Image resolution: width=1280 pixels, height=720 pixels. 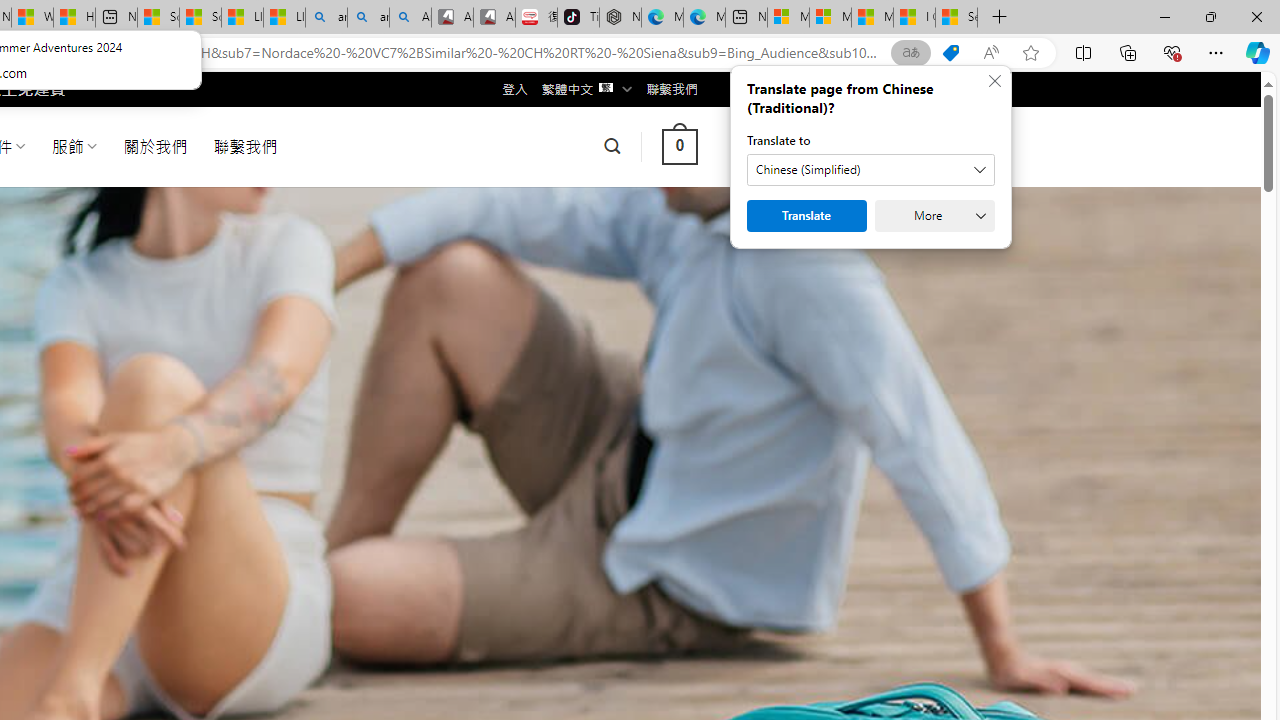 What do you see at coordinates (934, 216) in the screenshot?
I see `'More'` at bounding box center [934, 216].